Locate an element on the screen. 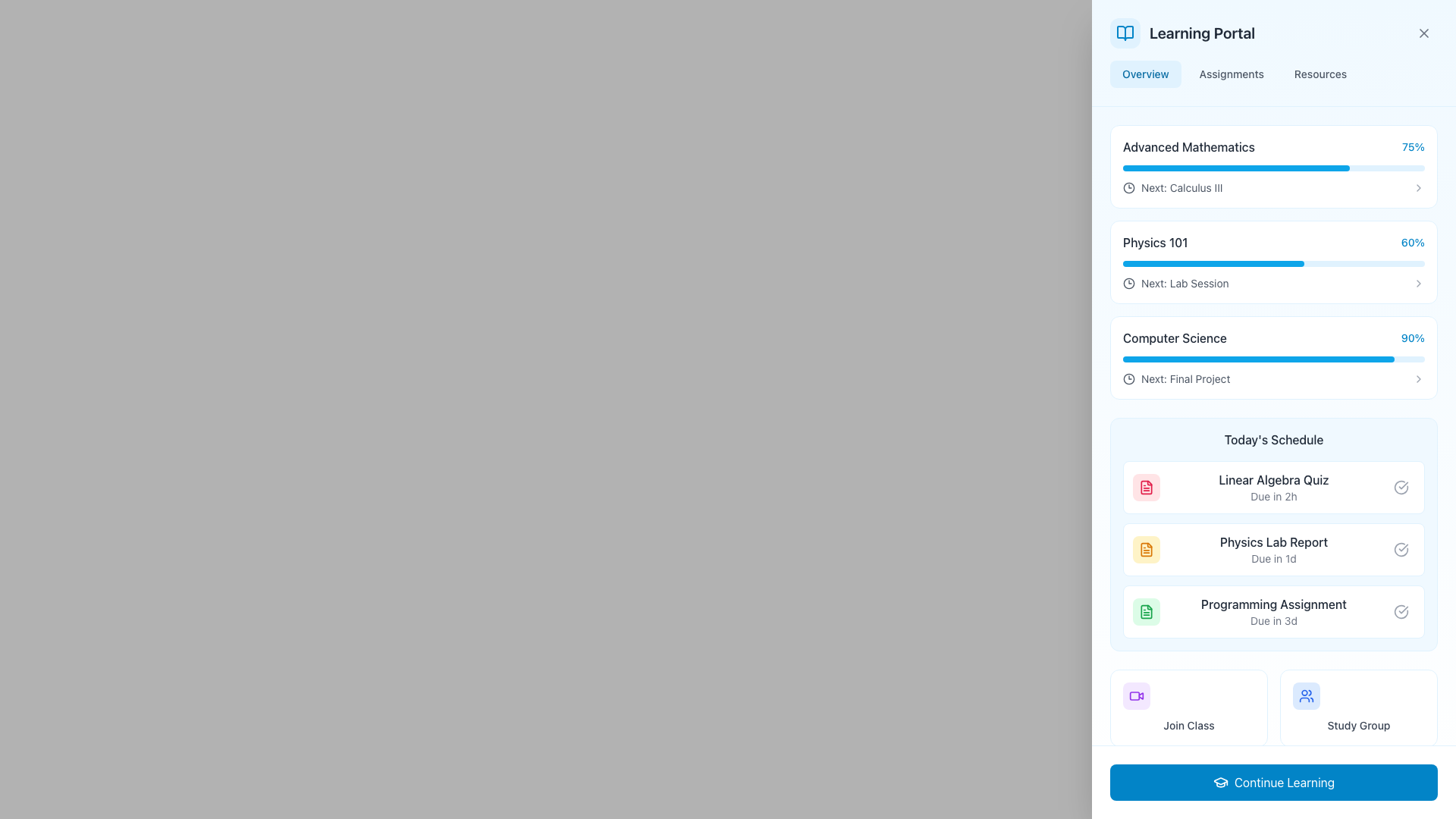 This screenshot has width=1456, height=819. progress details of the progress list component that includes titles like 'Advanced Mathematics', 'Physics 101', and 'Computer Science' with corresponding progress bars and percentages is located at coordinates (1274, 262).